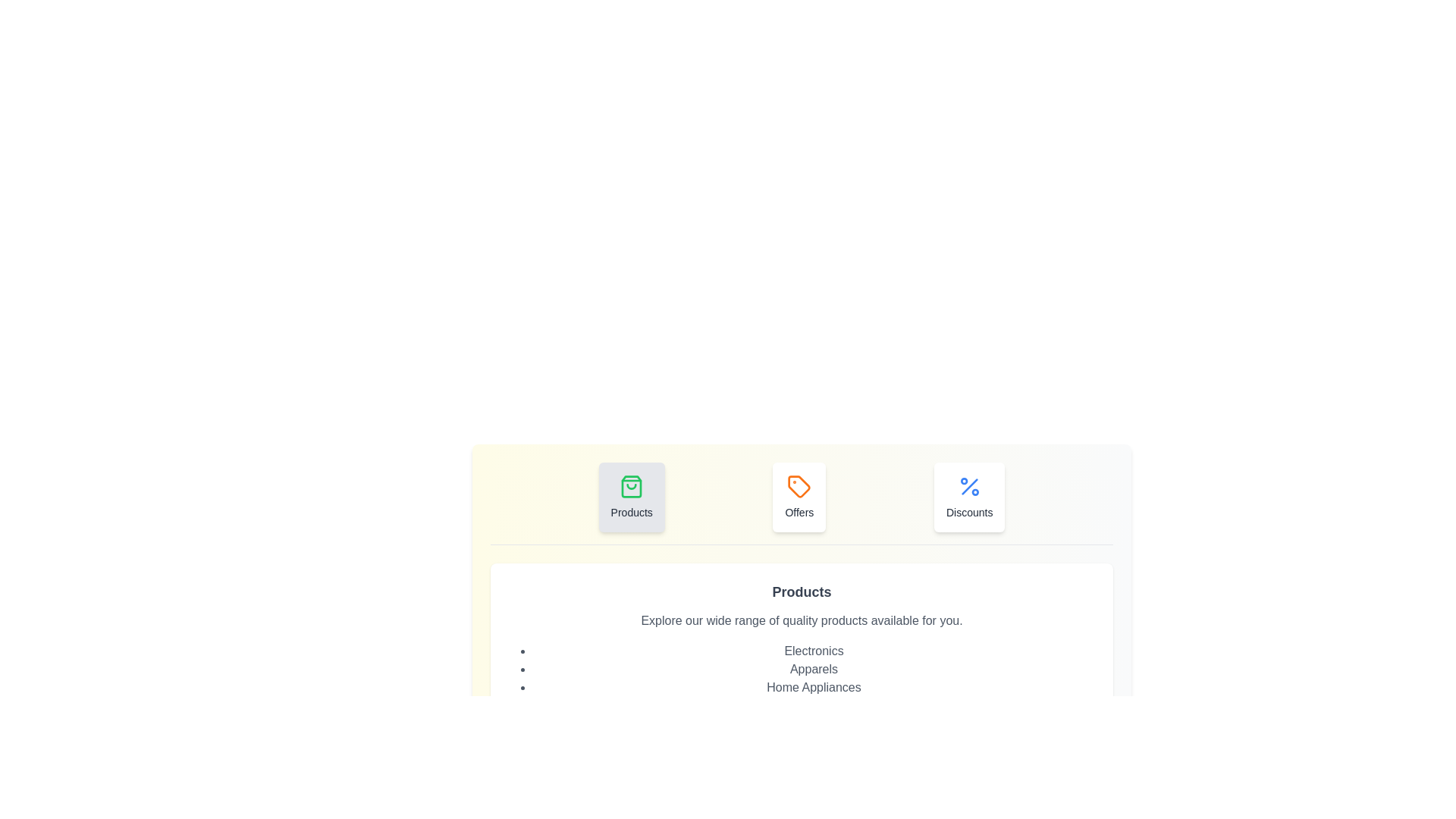 The height and width of the screenshot is (819, 1456). What do you see at coordinates (799, 497) in the screenshot?
I see `the tab labeled Offers` at bounding box center [799, 497].